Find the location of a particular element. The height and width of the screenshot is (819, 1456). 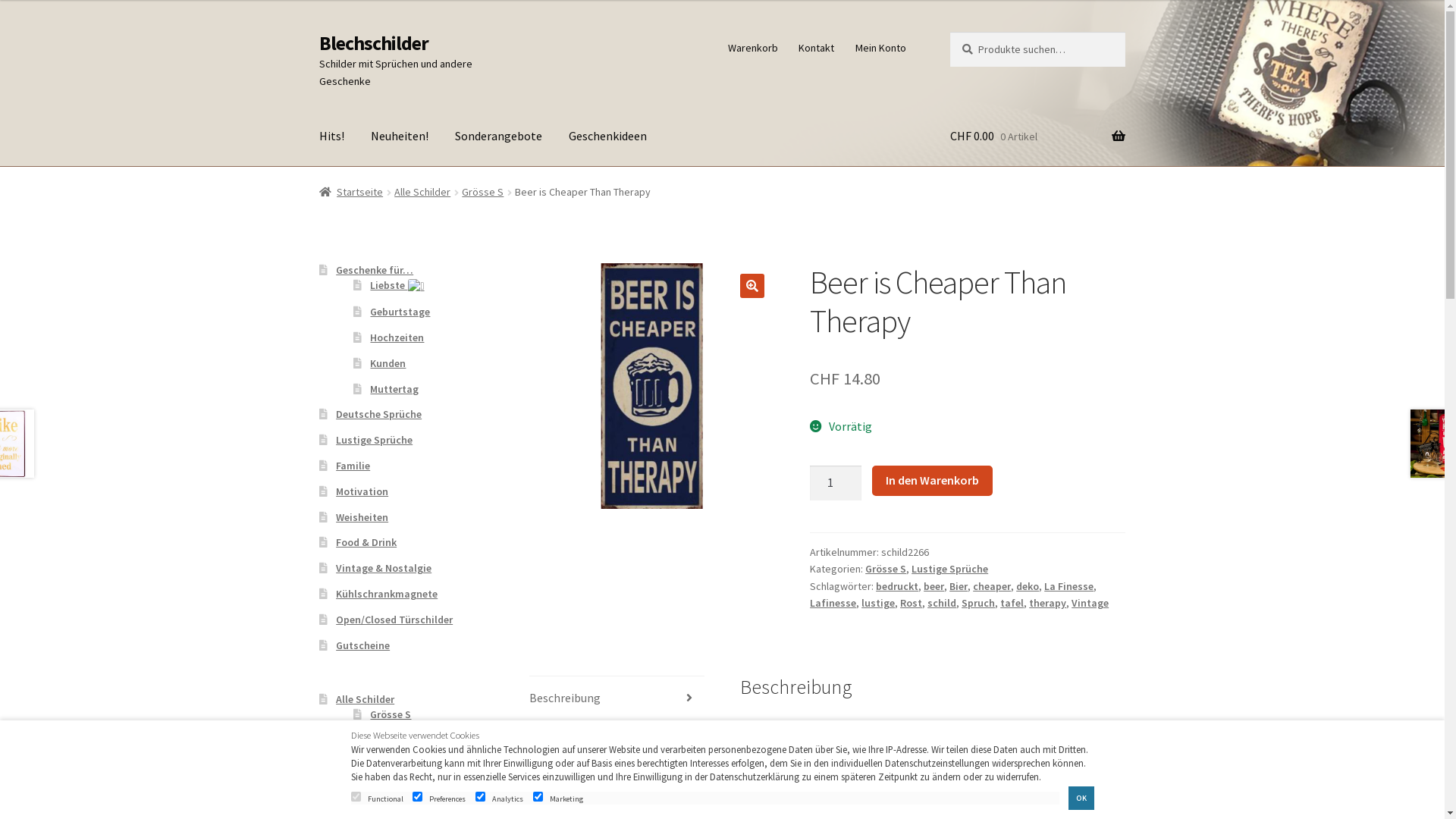

'Muttertag' is located at coordinates (370, 388).